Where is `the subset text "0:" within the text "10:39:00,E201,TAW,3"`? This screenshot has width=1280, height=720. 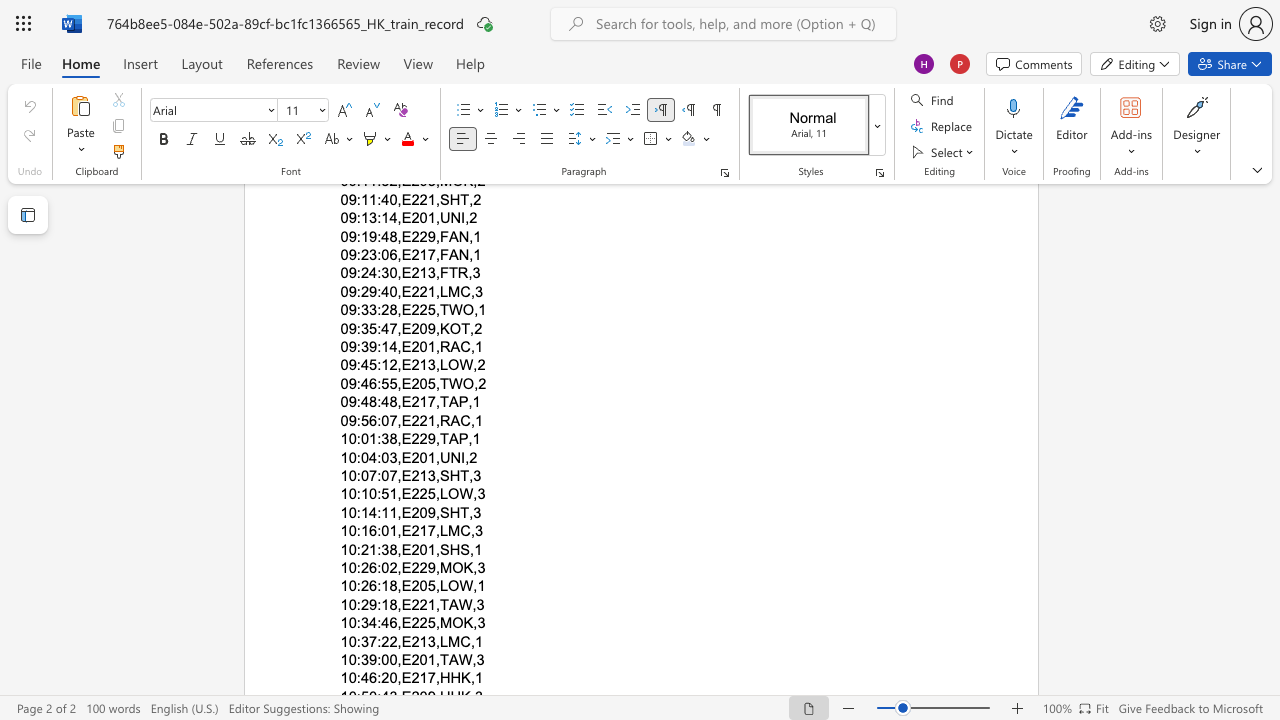 the subset text "0:" within the text "10:39:00,E201,TAW,3" is located at coordinates (348, 659).